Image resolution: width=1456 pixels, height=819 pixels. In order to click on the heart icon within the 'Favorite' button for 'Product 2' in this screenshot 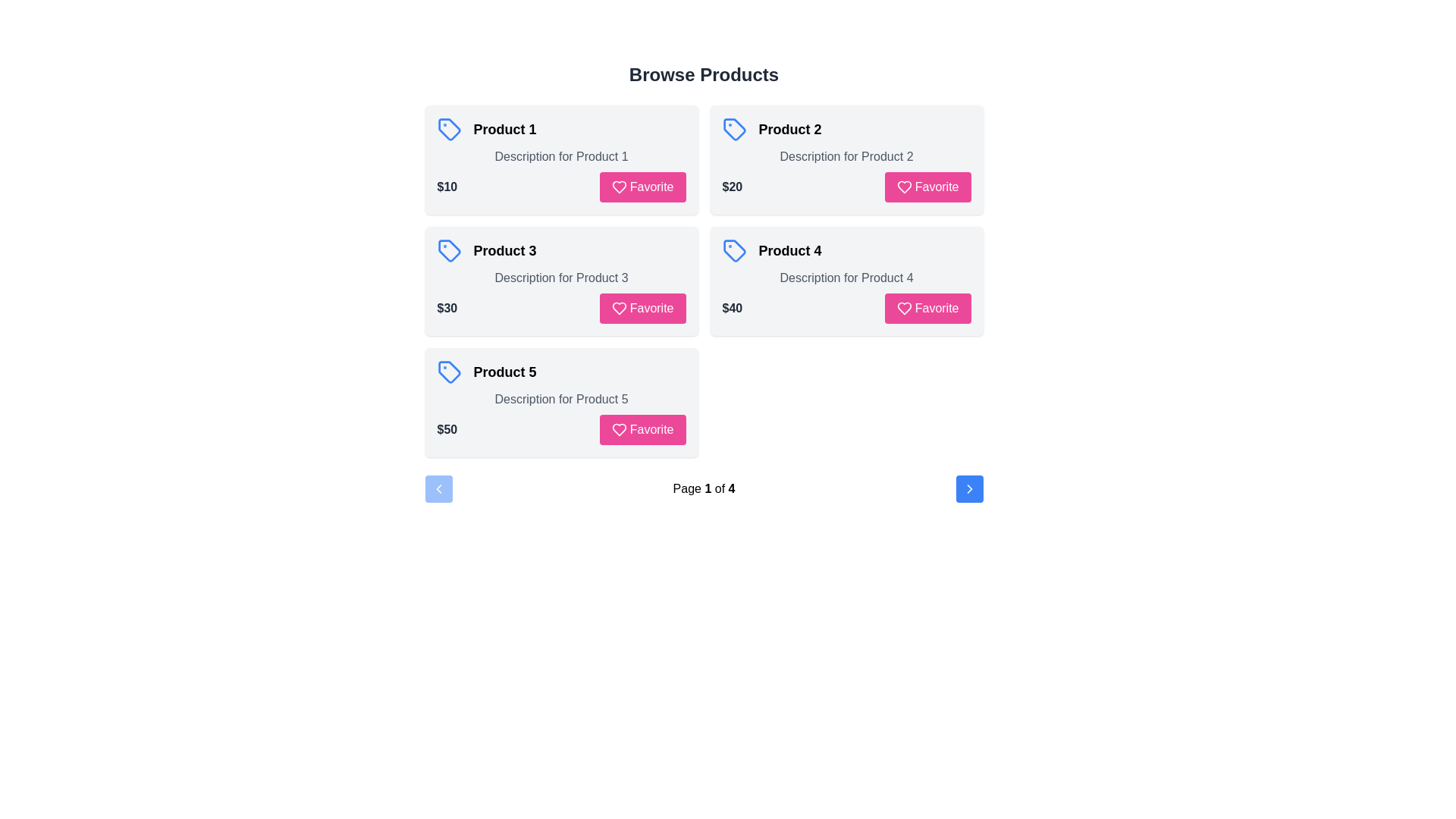, I will do `click(904, 186)`.